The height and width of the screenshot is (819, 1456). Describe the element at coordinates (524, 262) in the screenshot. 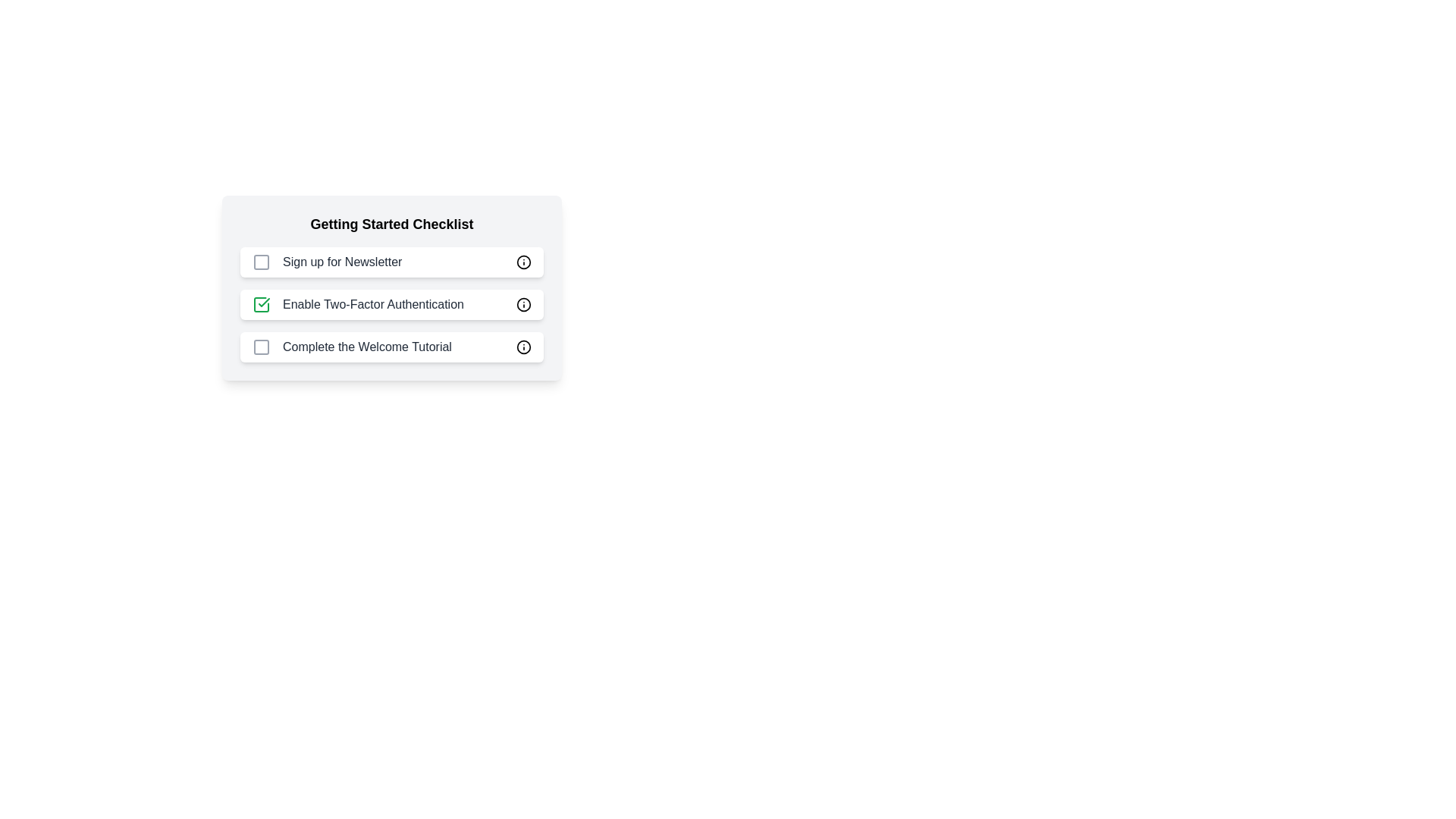

I see `the innermost circular component of the 'info' icon located to the right of the 'Sign up for Newsletter' label in the 'Getting Started Checklist'` at that location.